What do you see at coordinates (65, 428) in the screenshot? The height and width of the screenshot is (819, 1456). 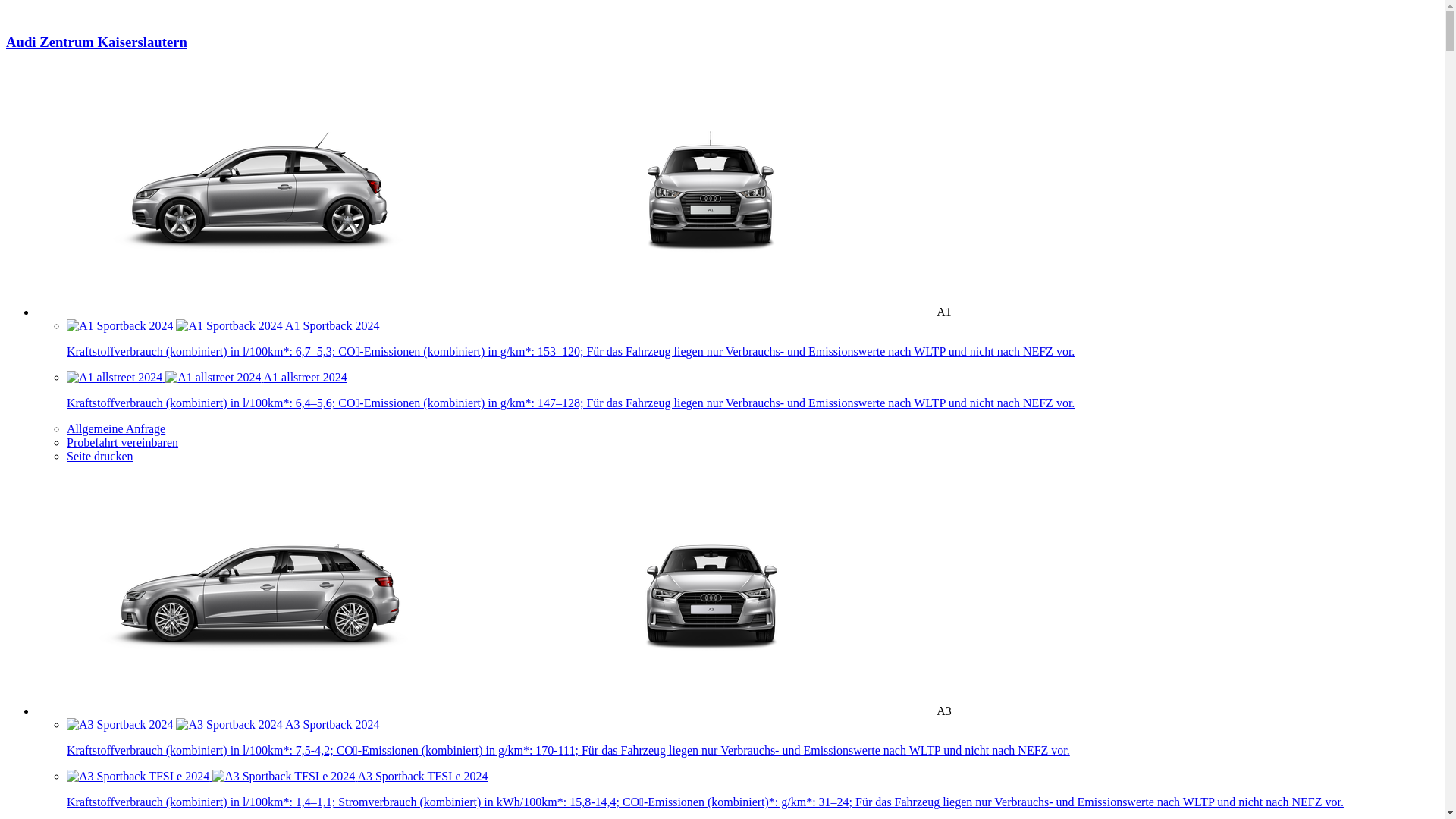 I see `'Allgemeine Anfrage'` at bounding box center [65, 428].